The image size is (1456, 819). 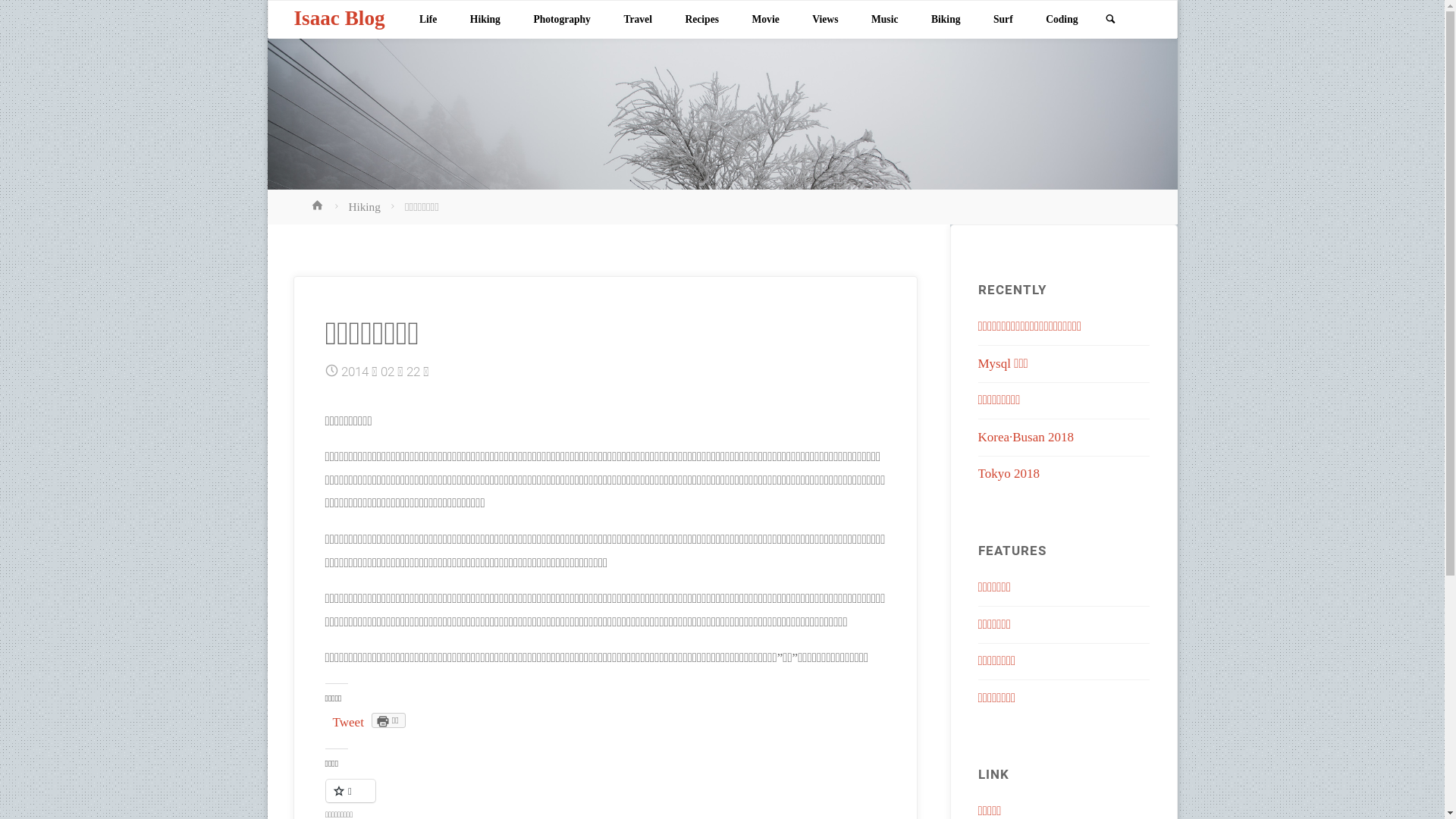 What do you see at coordinates (561, 20) in the screenshot?
I see `'Photography'` at bounding box center [561, 20].